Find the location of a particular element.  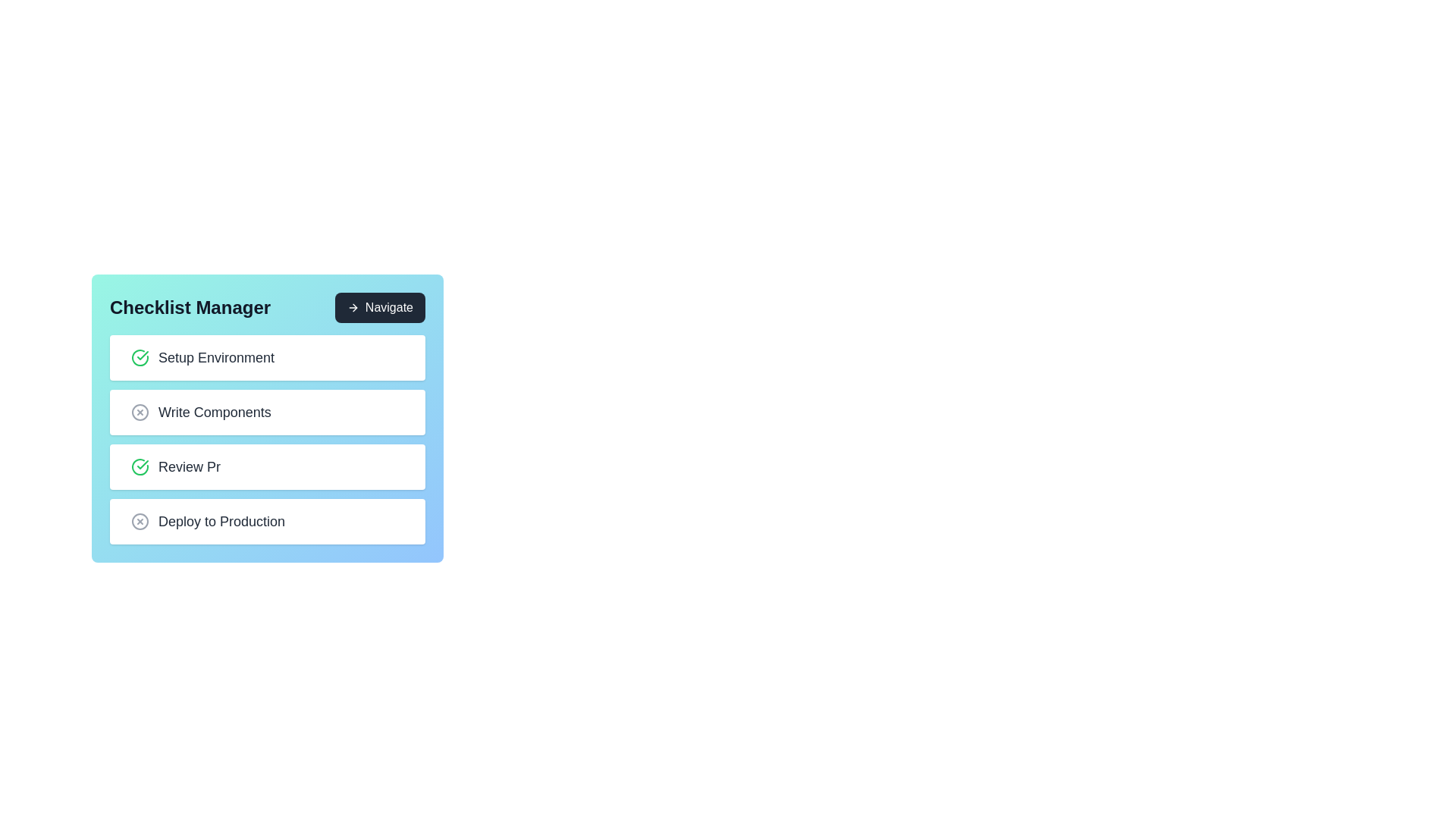

'Navigate' button to proceed is located at coordinates (379, 307).